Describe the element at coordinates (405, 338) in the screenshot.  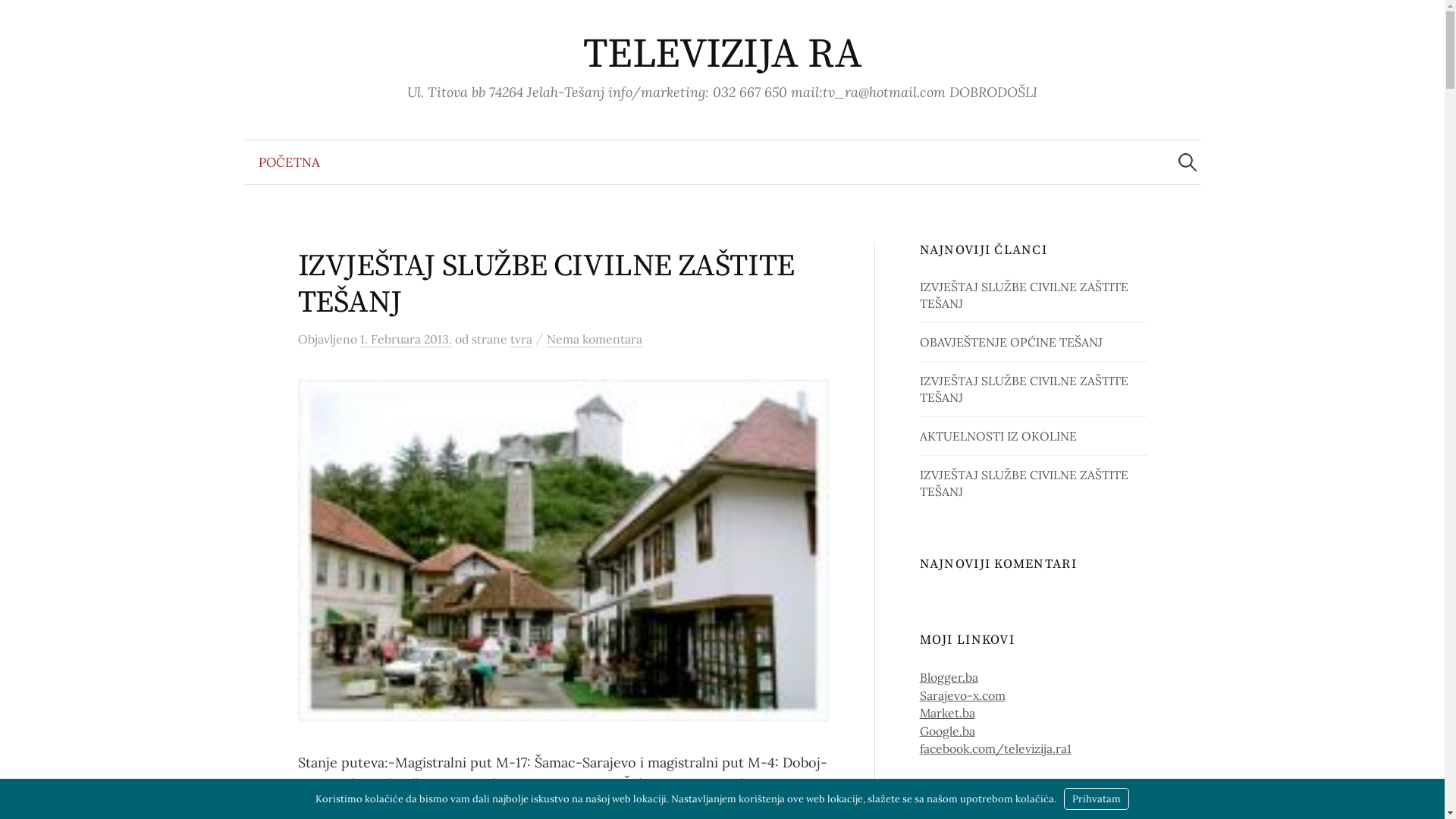
I see `'1. Februara 2013.'` at that location.